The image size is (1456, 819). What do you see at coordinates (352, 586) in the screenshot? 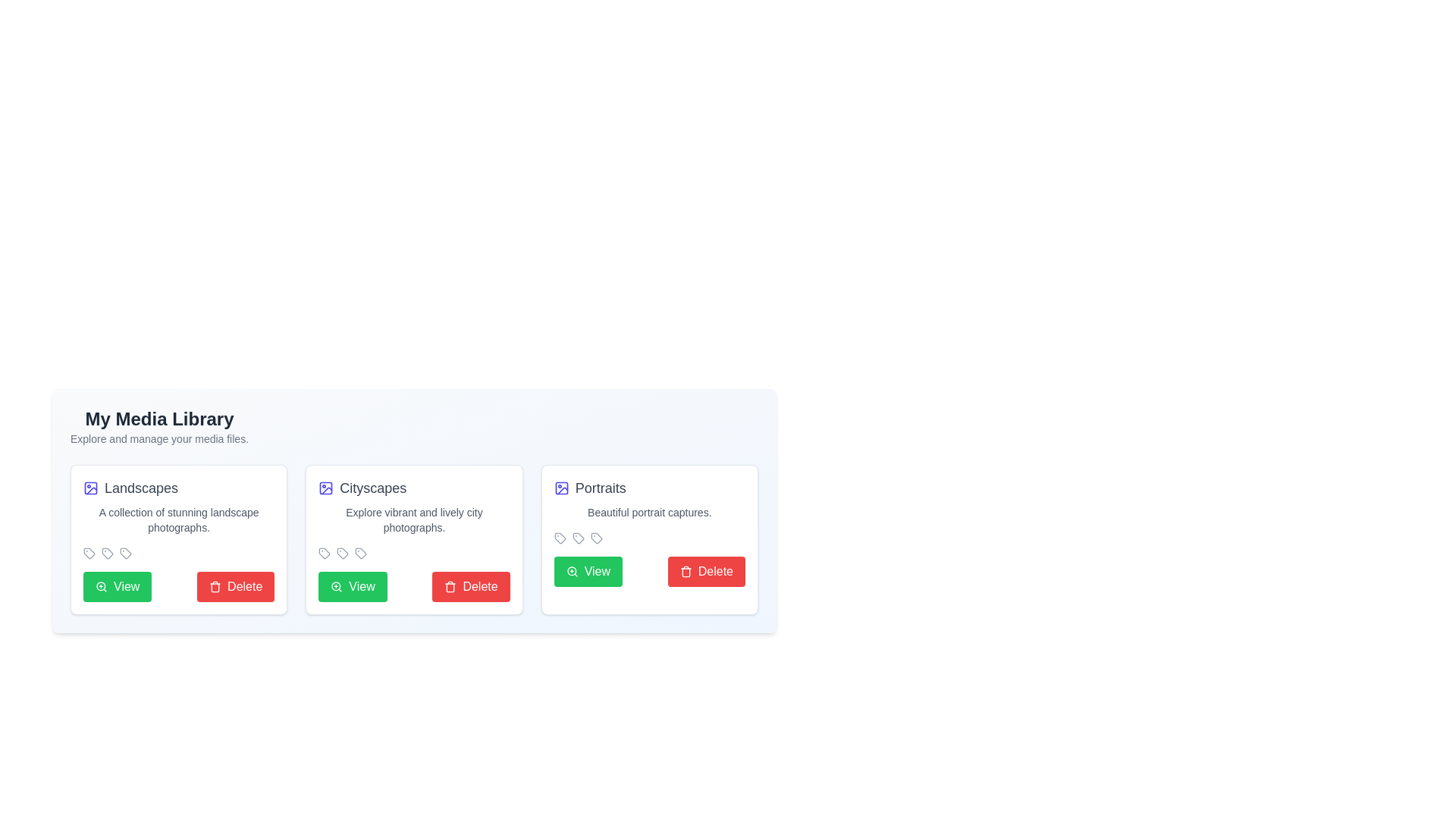
I see `the leftmost button labeled 'View' with a green background and a zoom-in glass icon` at bounding box center [352, 586].